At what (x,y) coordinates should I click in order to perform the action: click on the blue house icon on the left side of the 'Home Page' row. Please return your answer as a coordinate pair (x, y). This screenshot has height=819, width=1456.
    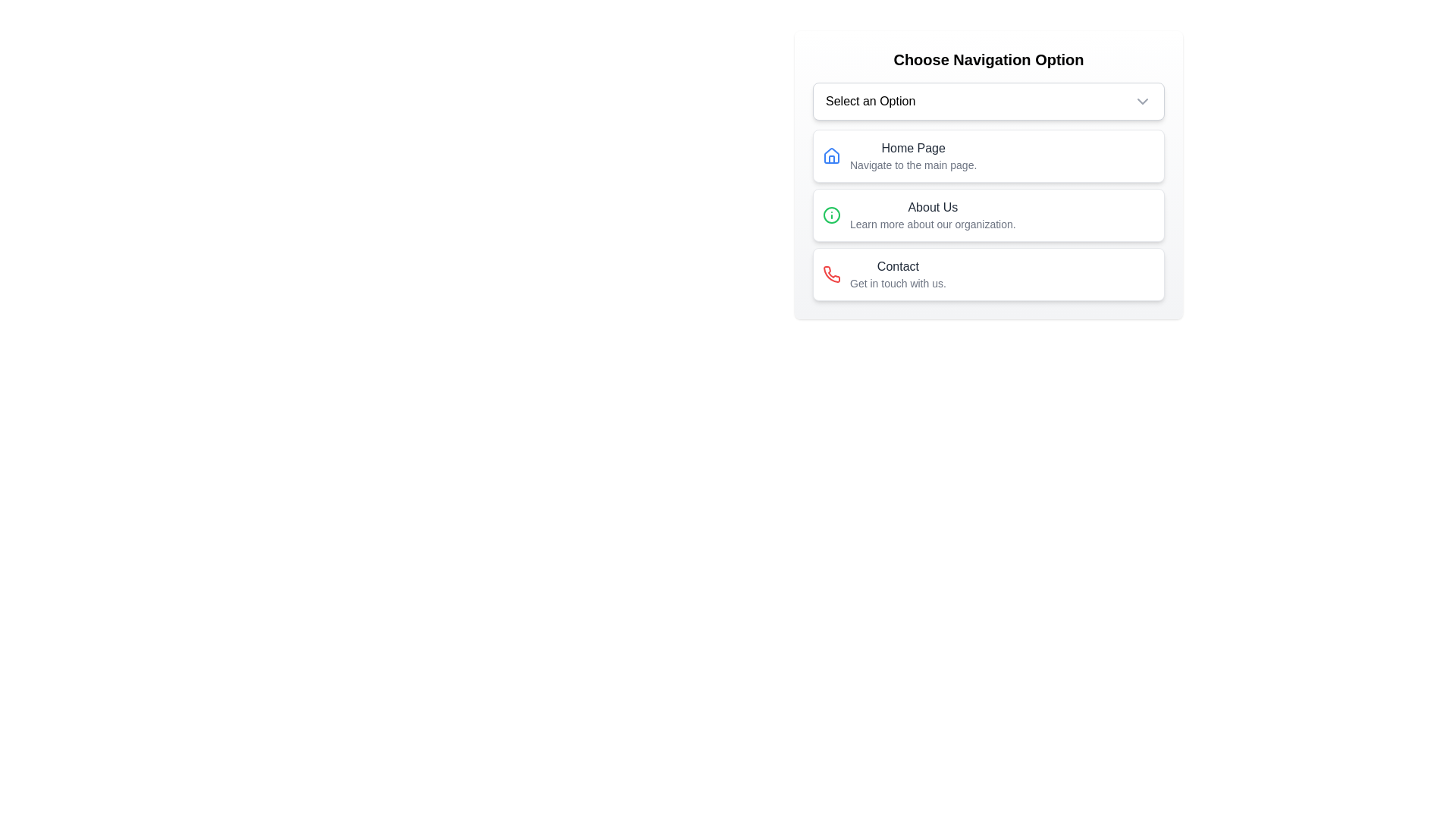
    Looking at the image, I should click on (831, 155).